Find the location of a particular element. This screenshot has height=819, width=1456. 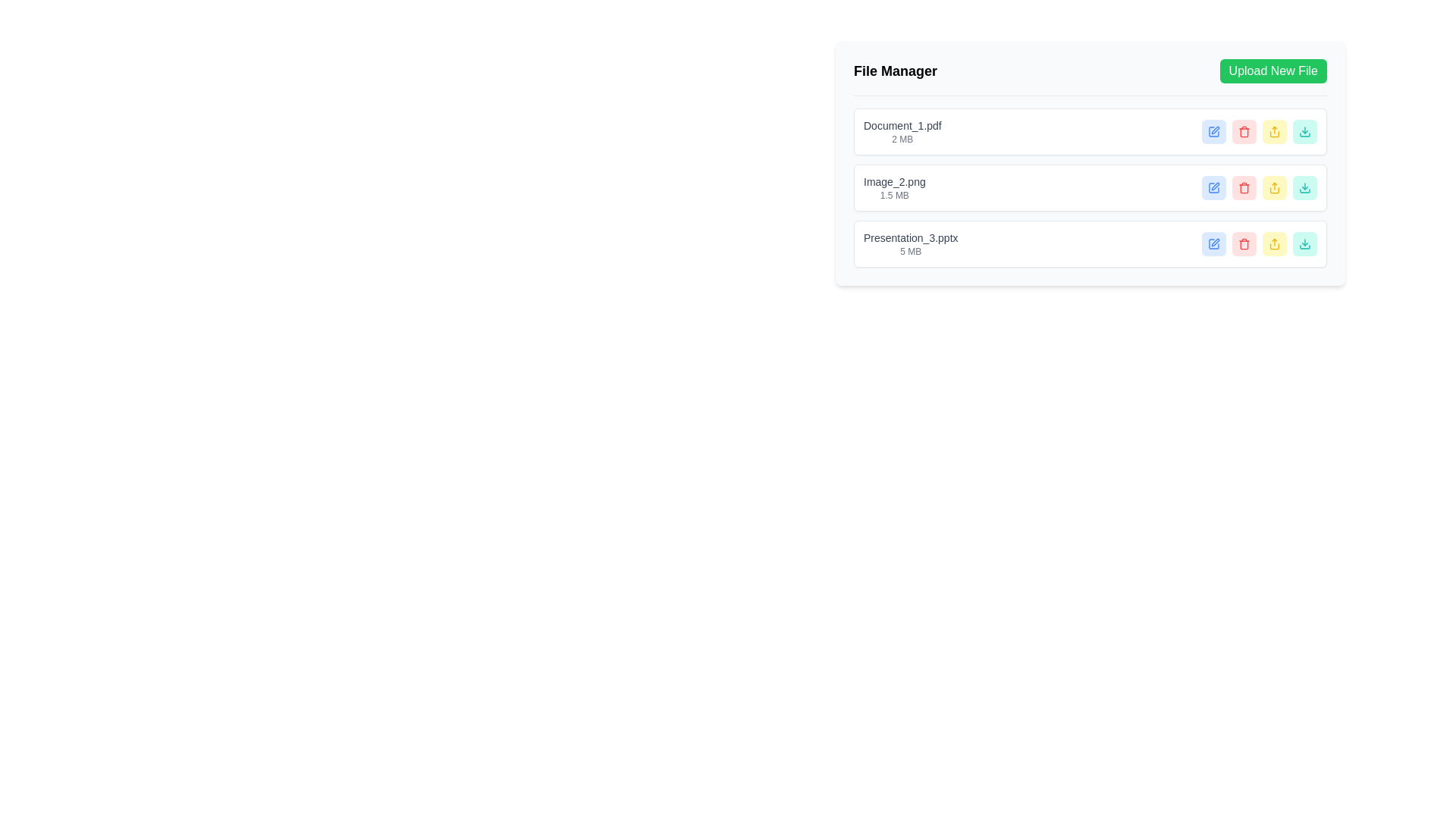

the text label displaying 'Document_1.pdf' with a file size of '2 MB', which is located at the top of the list inside the 'File Manager' card is located at coordinates (902, 130).